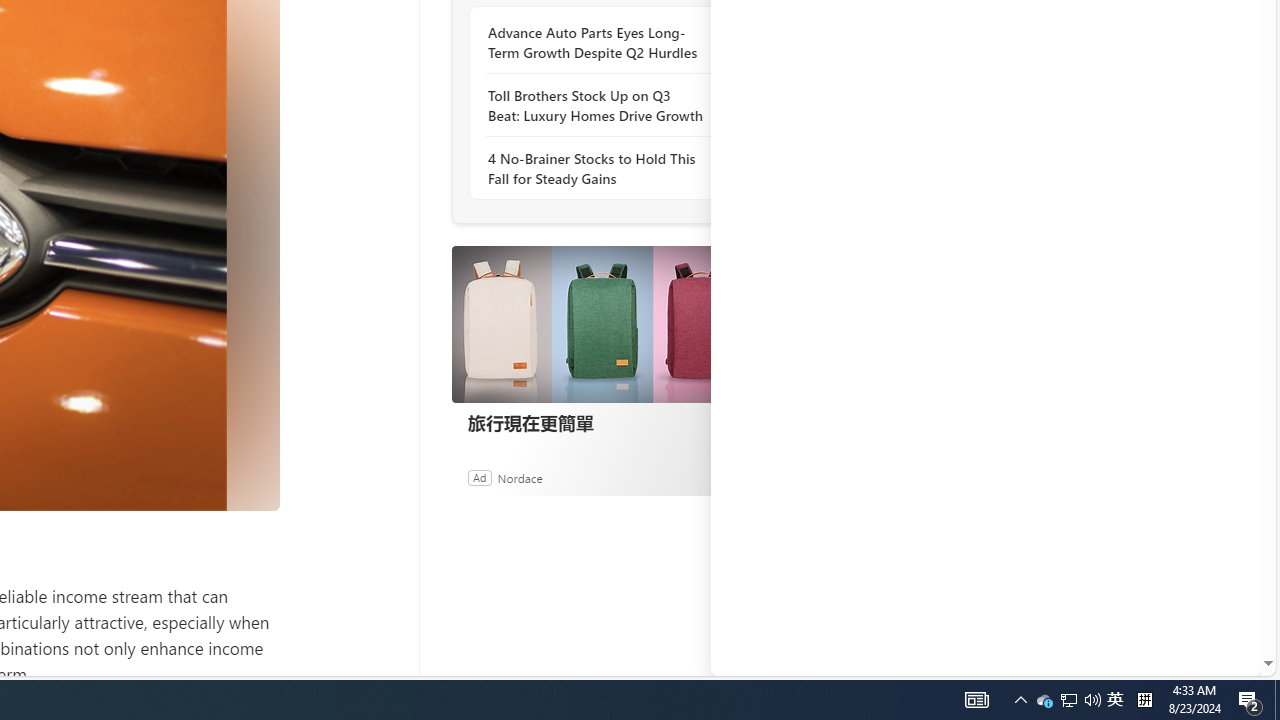  I want to click on 'Toll Brothers Stock Up on Q3 Beat: Luxury Homes Drive Growth', so click(595, 105).